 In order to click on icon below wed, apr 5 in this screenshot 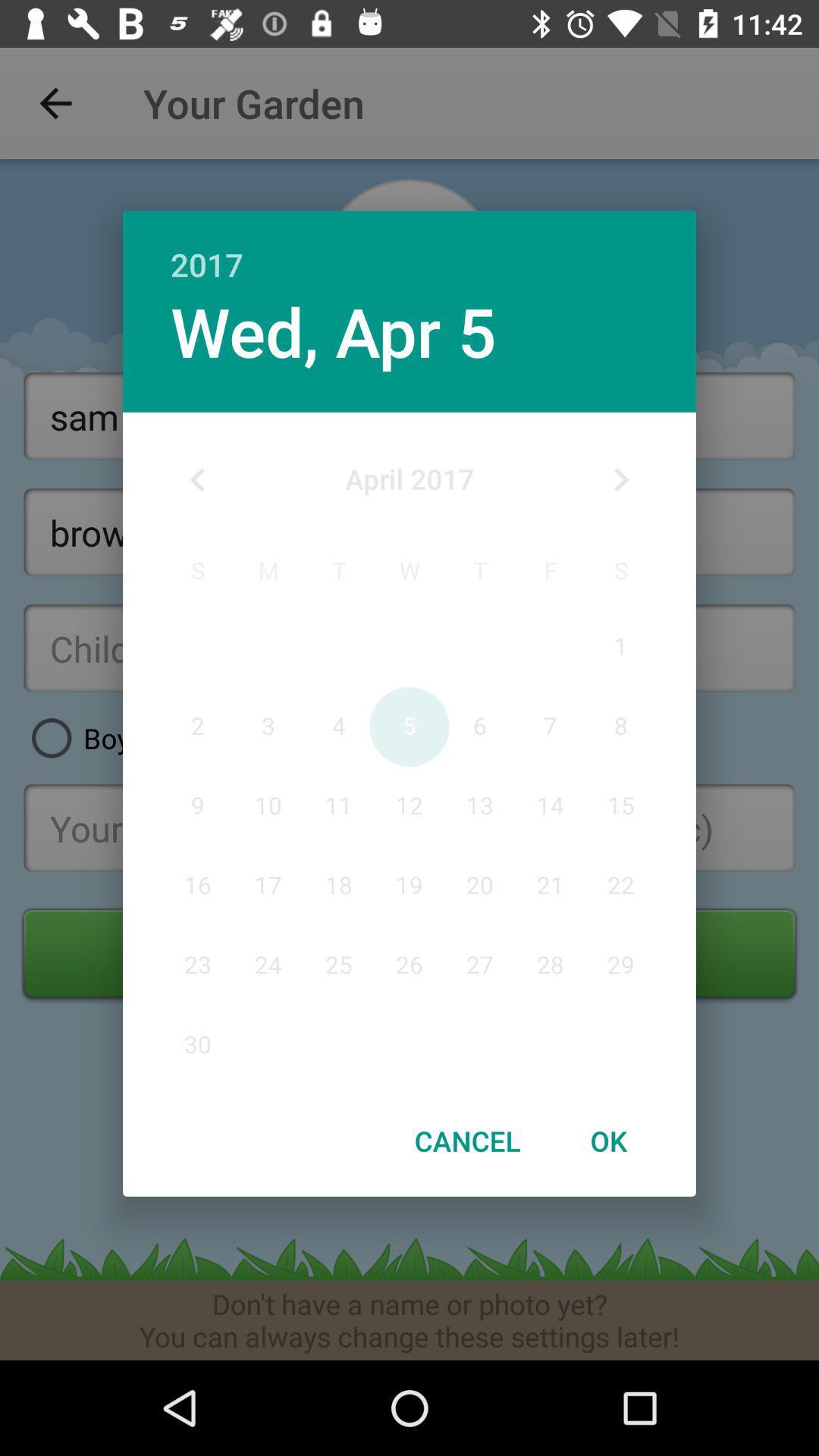, I will do `click(197, 479)`.